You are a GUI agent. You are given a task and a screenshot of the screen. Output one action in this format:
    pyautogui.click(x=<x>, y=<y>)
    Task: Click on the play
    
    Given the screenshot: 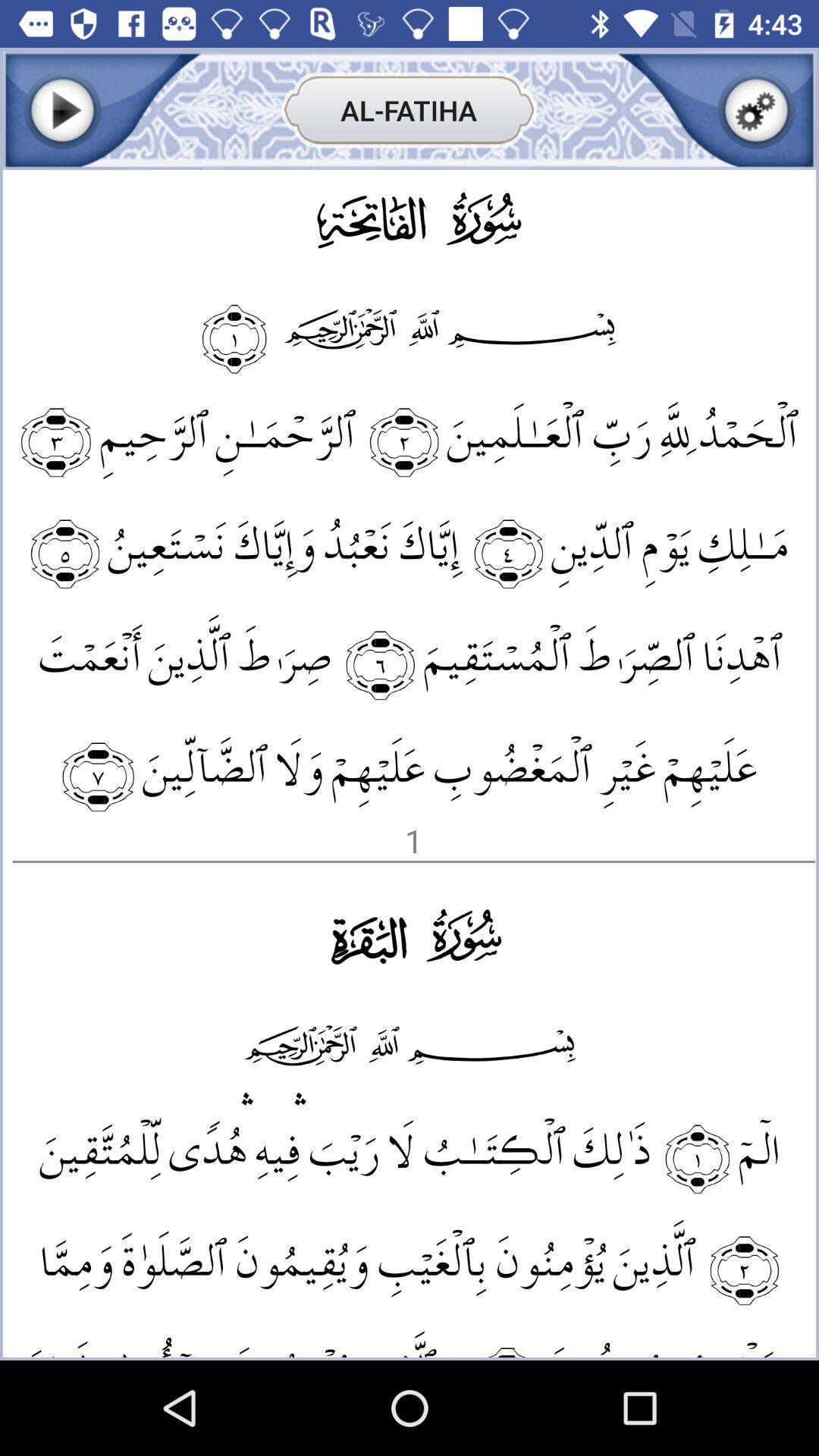 What is the action you would take?
    pyautogui.click(x=61, y=109)
    